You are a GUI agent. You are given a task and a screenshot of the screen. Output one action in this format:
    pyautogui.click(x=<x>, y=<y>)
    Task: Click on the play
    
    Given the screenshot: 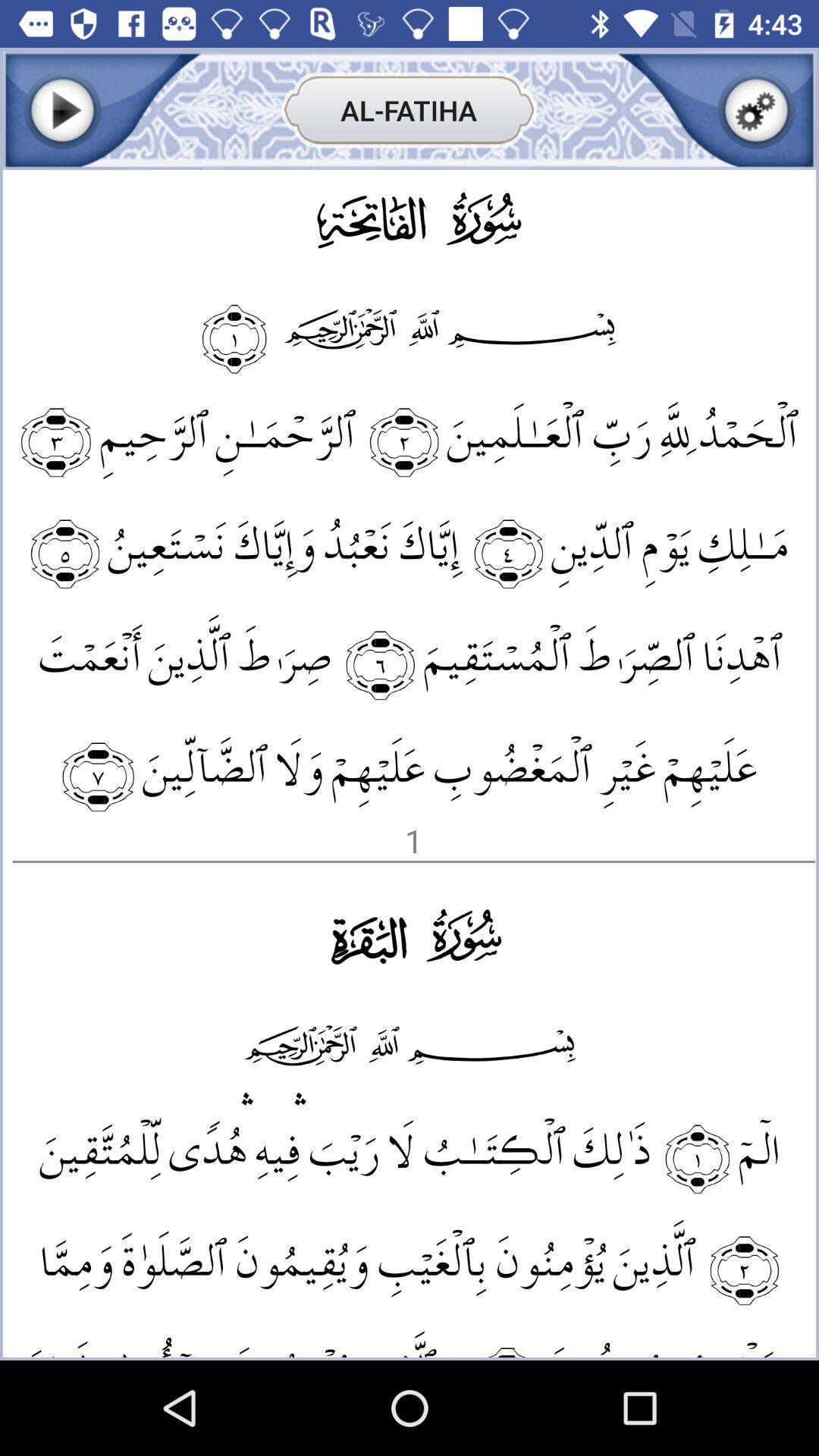 What is the action you would take?
    pyautogui.click(x=61, y=109)
    